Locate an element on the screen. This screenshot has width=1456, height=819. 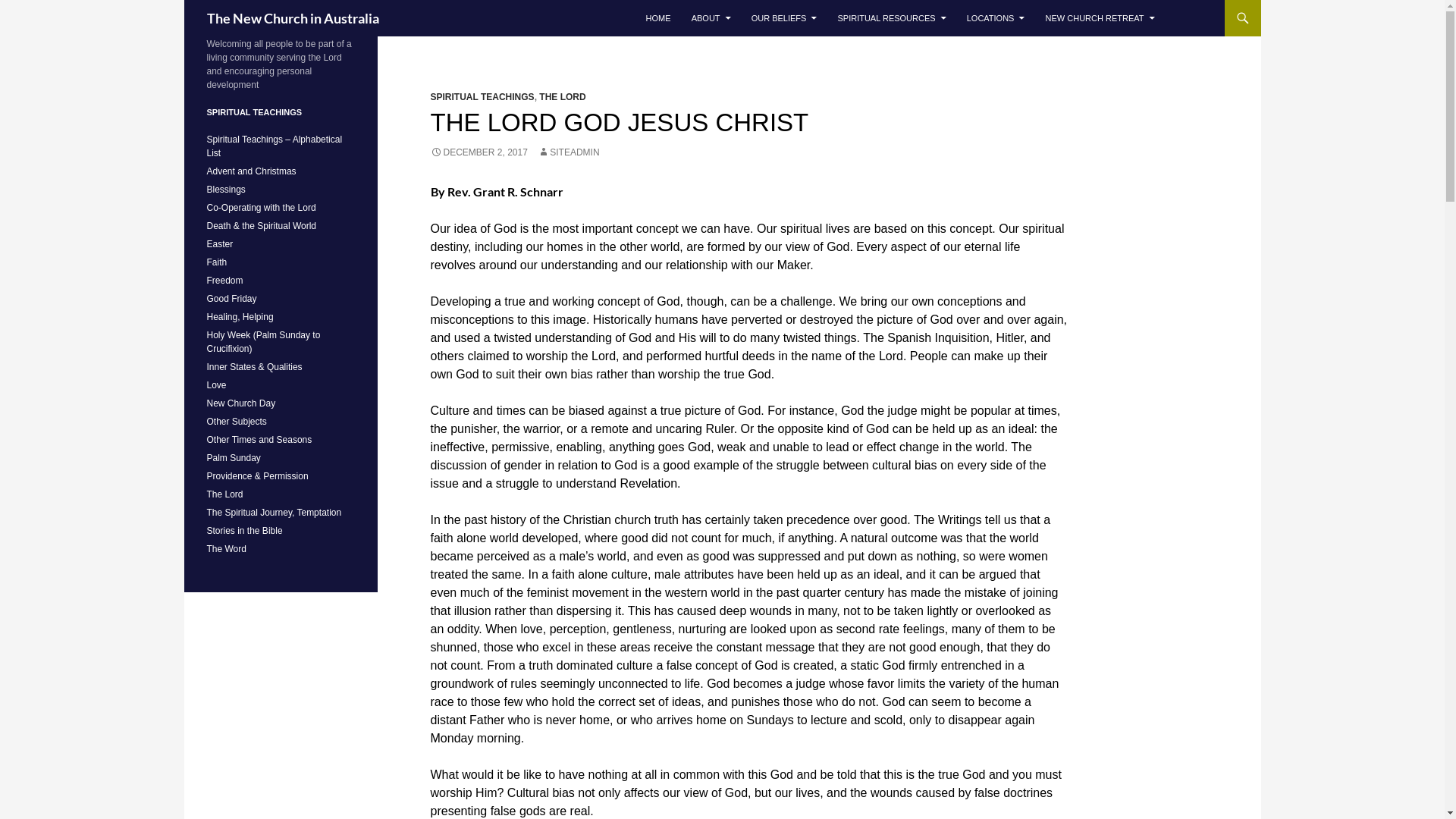
'The Word' is located at coordinates (224, 549).